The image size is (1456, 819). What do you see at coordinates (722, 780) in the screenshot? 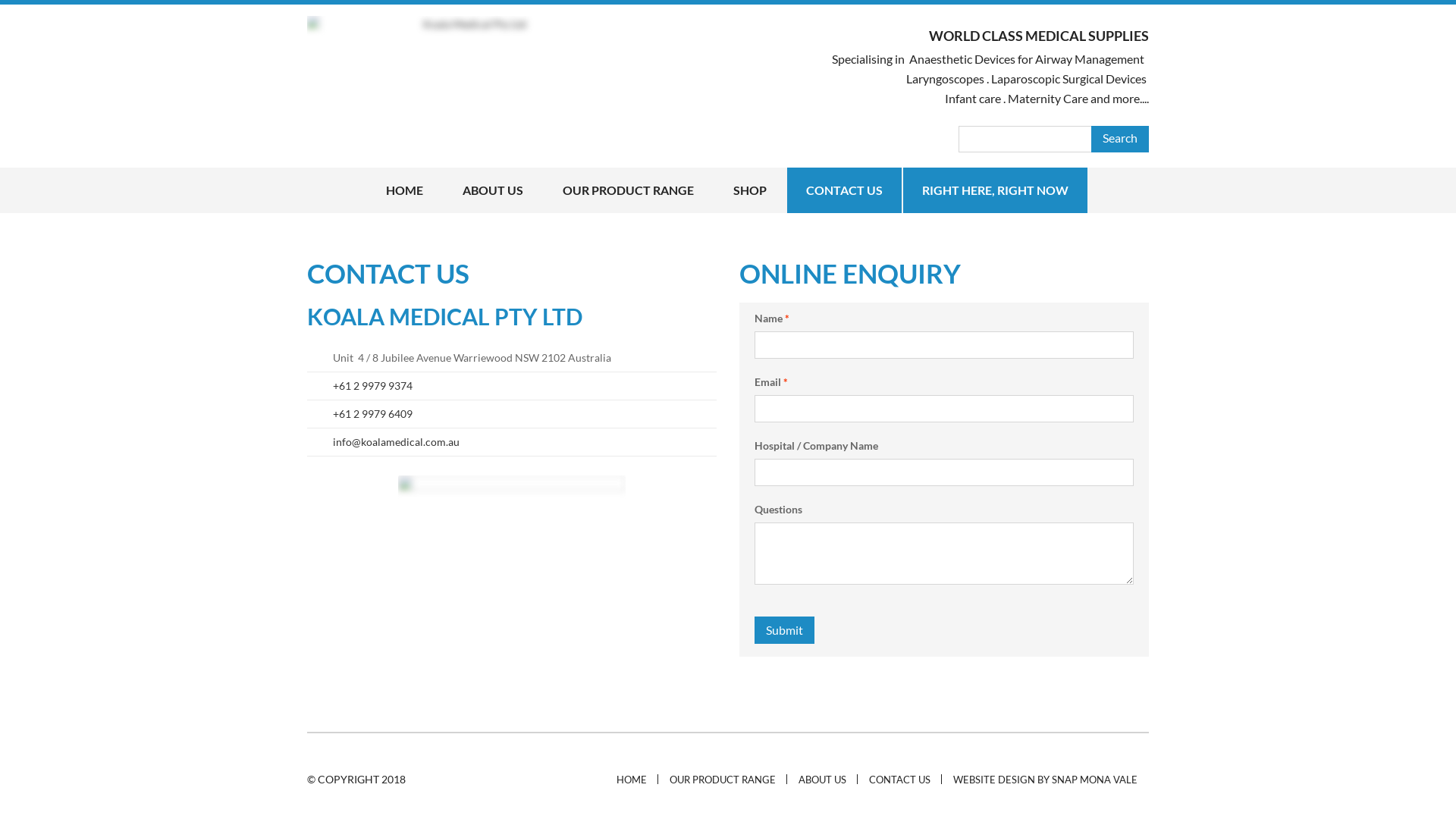
I see `'OUR PRODUCT RANGE'` at bounding box center [722, 780].